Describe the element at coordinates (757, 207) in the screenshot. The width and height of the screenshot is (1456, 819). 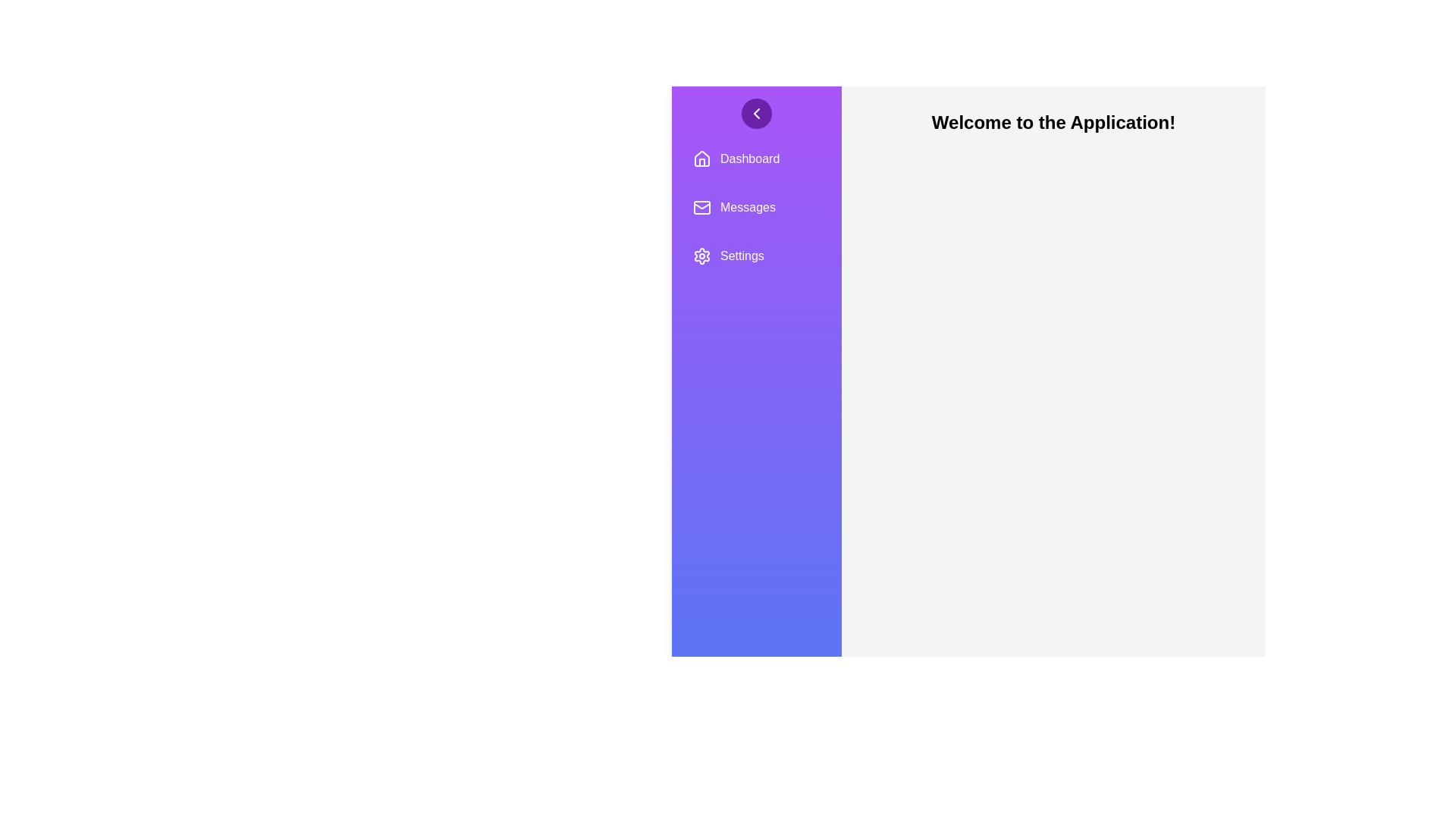
I see `the 'Messages' button located in the sidebar` at that location.